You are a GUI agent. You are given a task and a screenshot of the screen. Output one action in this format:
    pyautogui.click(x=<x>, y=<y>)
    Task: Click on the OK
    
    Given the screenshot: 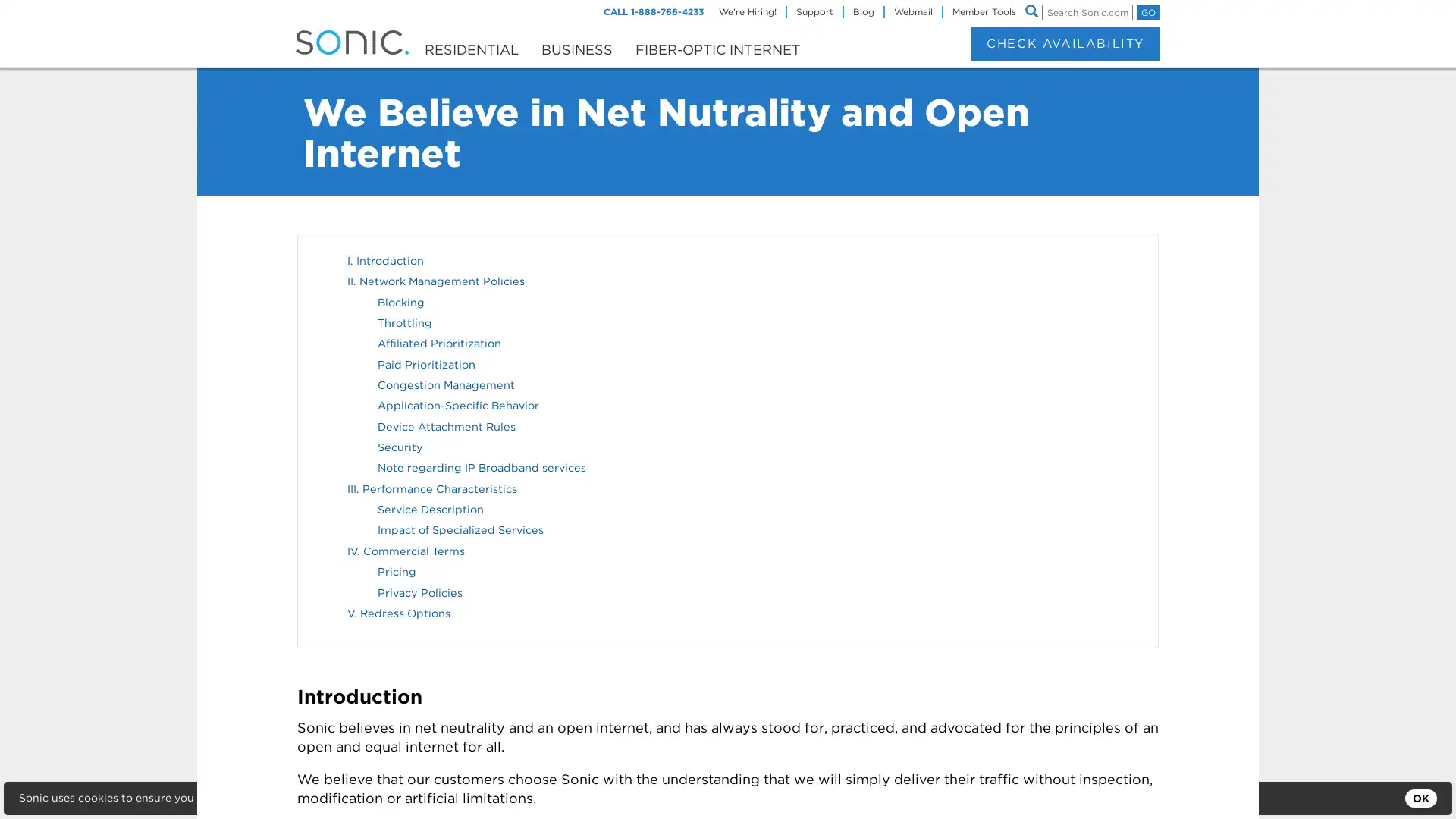 What is the action you would take?
    pyautogui.click(x=1420, y=798)
    